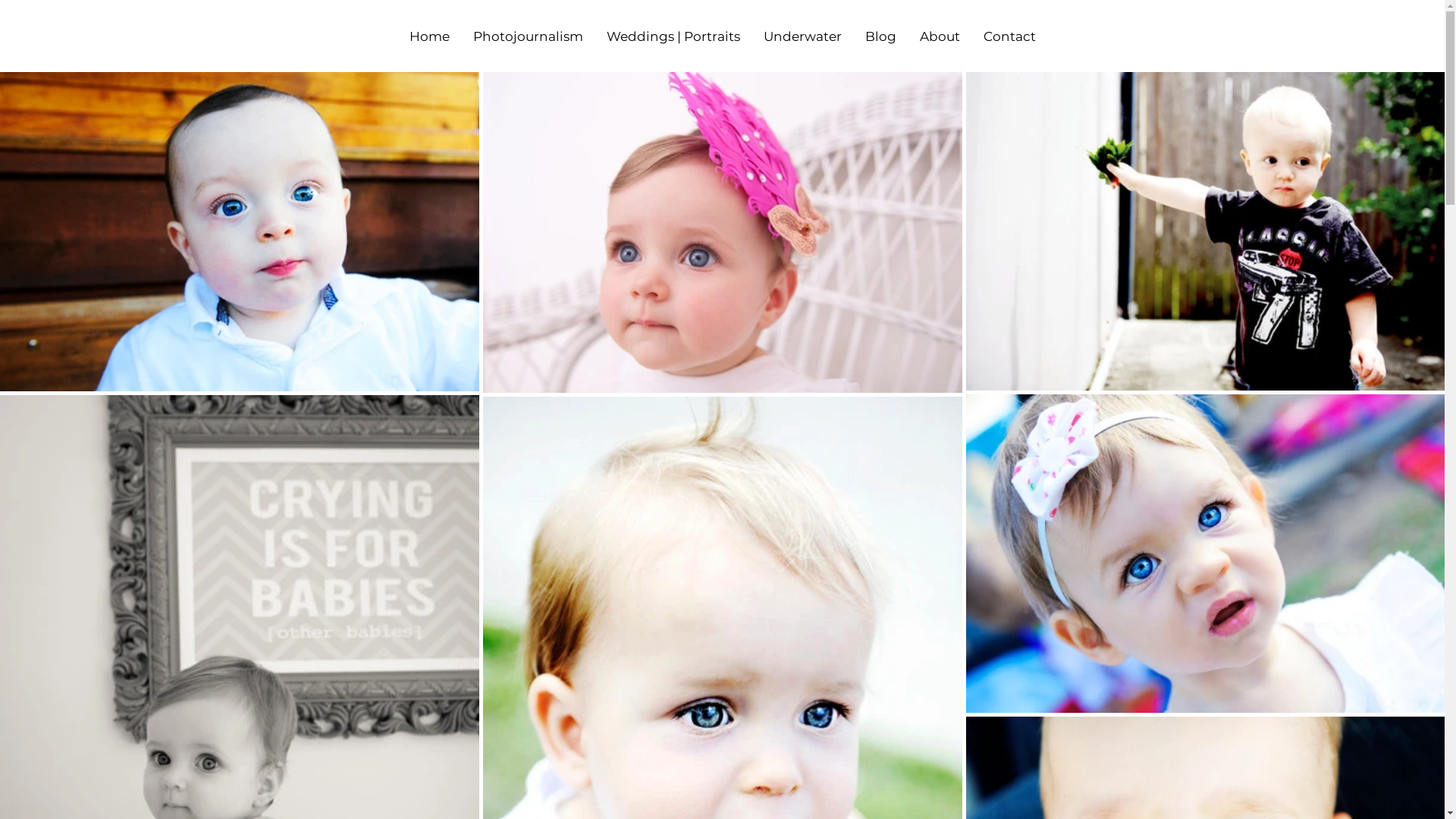 This screenshot has height=819, width=1456. I want to click on 'Home', so click(397, 36).